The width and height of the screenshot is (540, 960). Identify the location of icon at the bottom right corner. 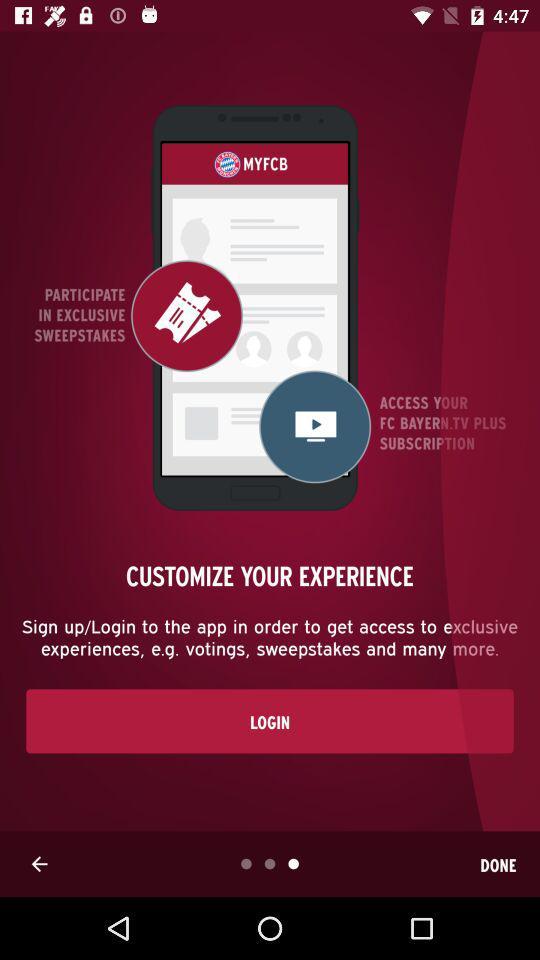
(497, 863).